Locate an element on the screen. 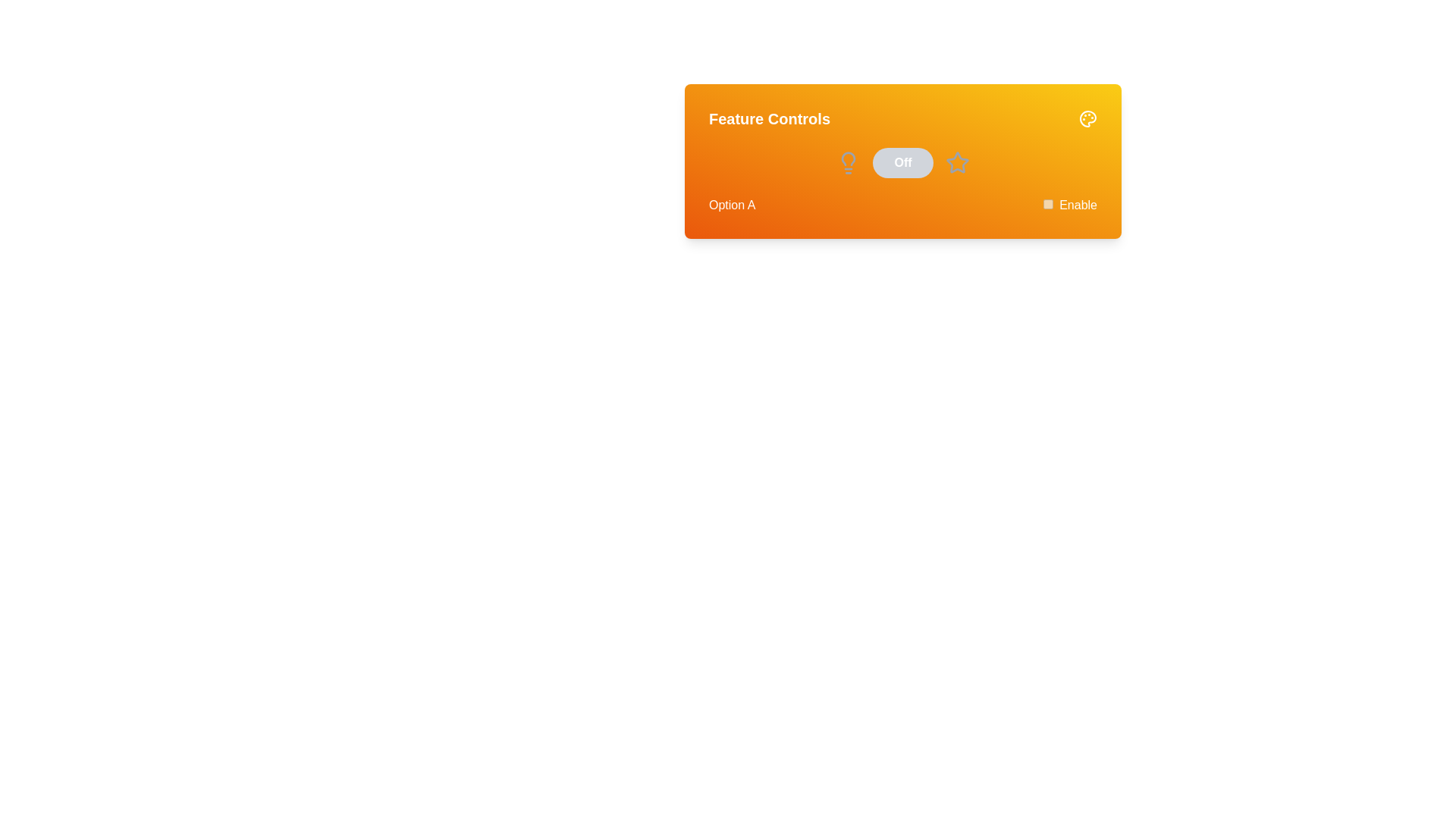  the prominent star-shaped icon with a hollow center and gray outline, located on an orange background, positioned between a toggle button labeled 'Off' and other elements in the 'Feature Controls' section is located at coordinates (956, 163).